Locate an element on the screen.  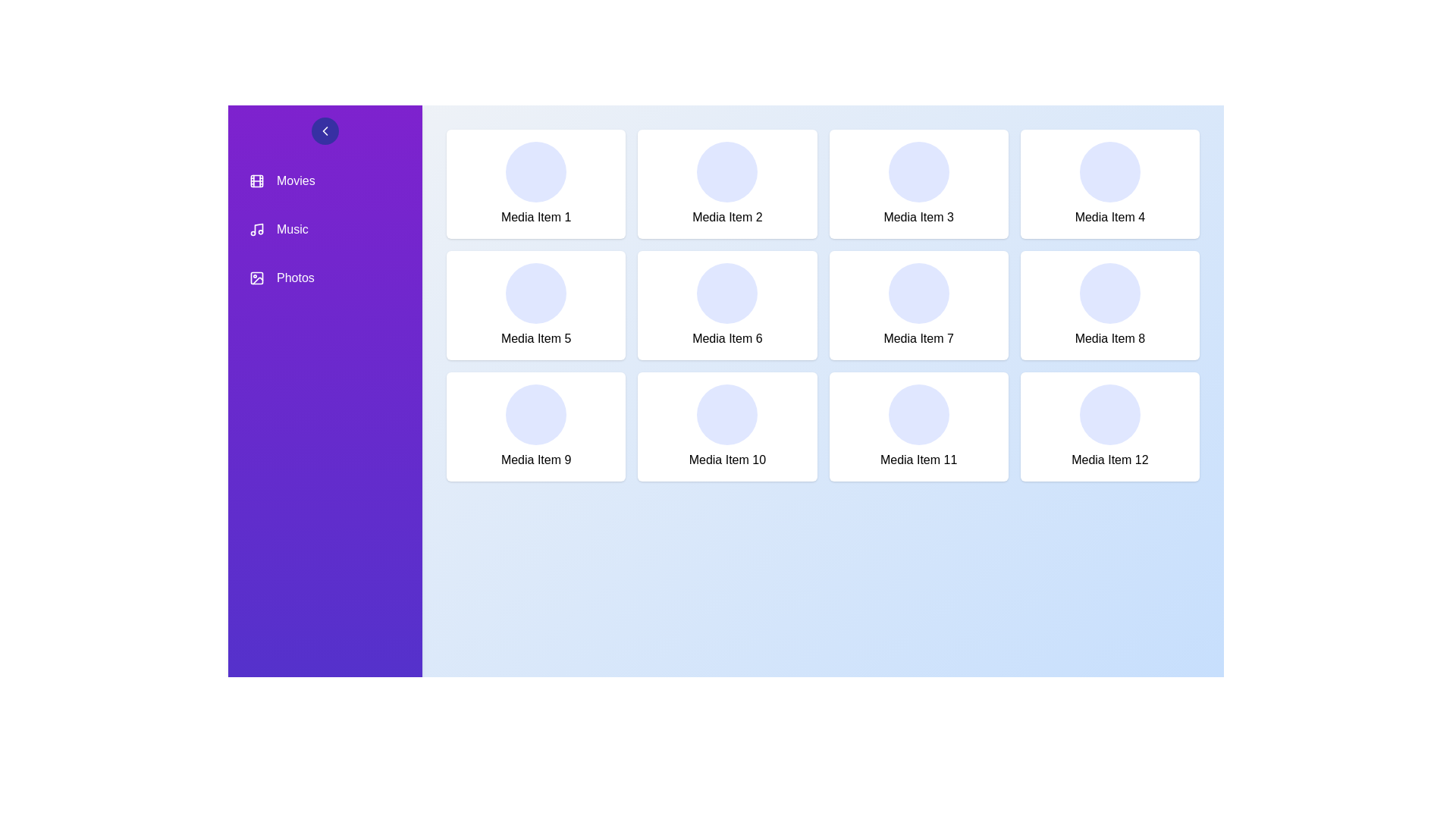
the sidebar item labeled Music to see its hover effect is located at coordinates (324, 230).